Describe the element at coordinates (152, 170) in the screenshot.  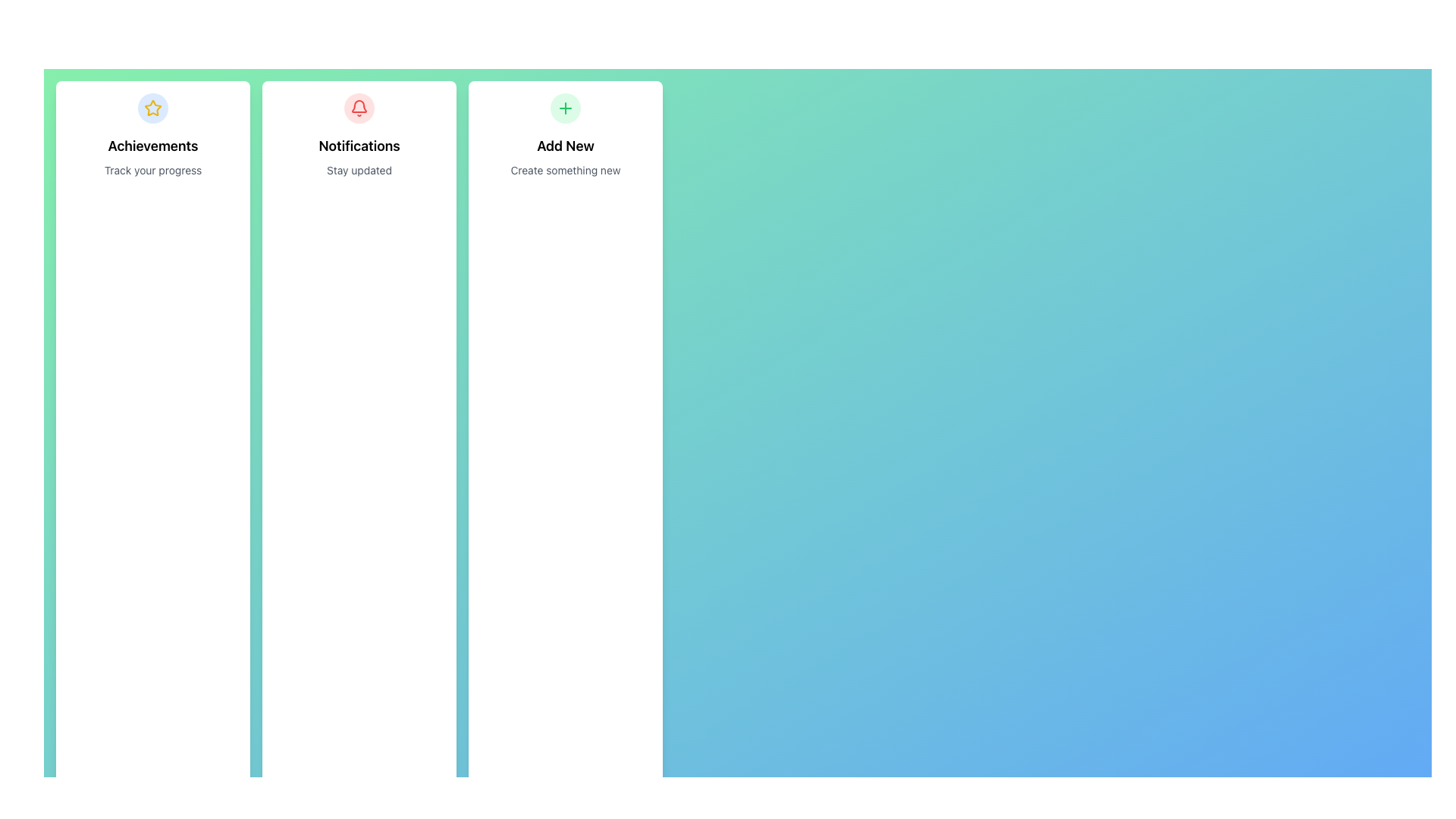
I see `the Static Text Label that displays 'Track your progress', which is positioned below the 'Achievements' heading in a white card layout` at that location.